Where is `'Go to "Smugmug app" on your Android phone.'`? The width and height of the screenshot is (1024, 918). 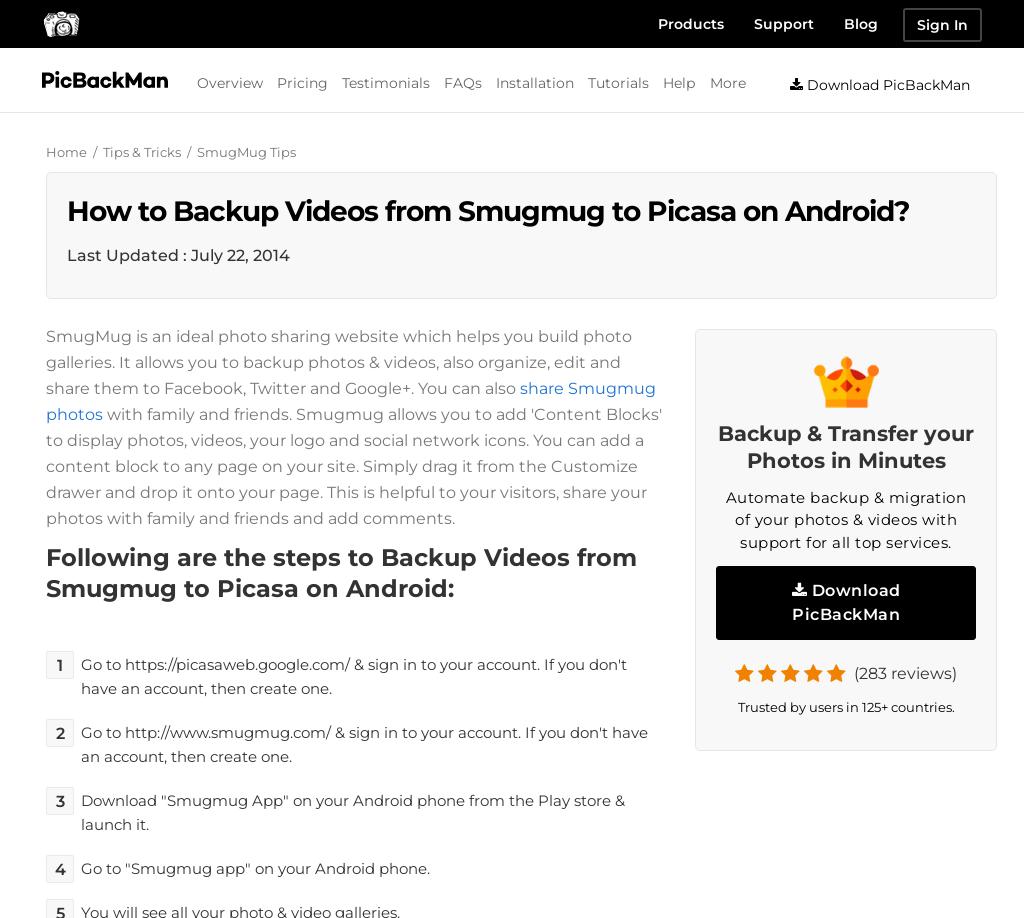 'Go to "Smugmug app" on your Android phone.' is located at coordinates (79, 867).